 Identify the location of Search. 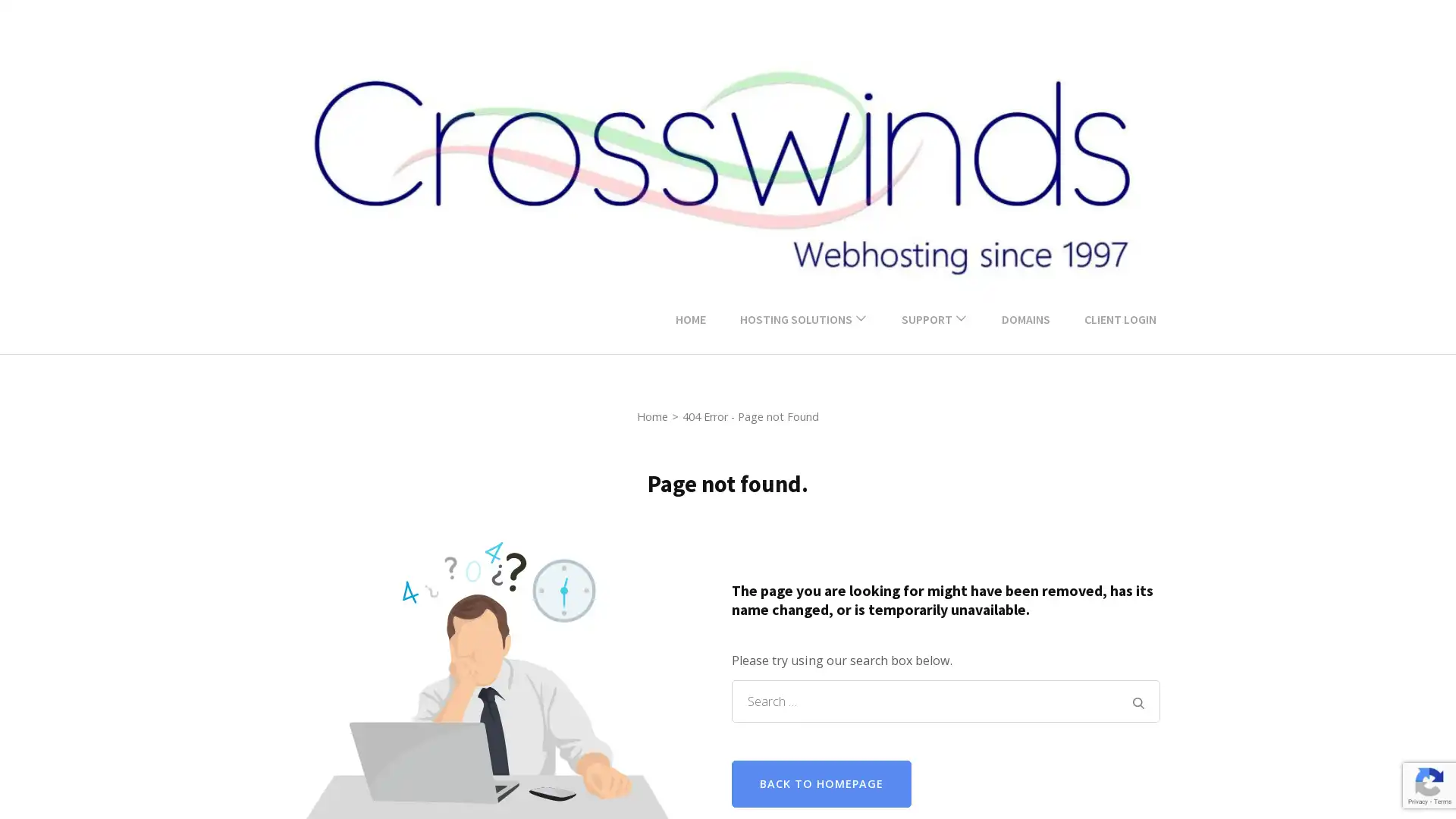
(1138, 702).